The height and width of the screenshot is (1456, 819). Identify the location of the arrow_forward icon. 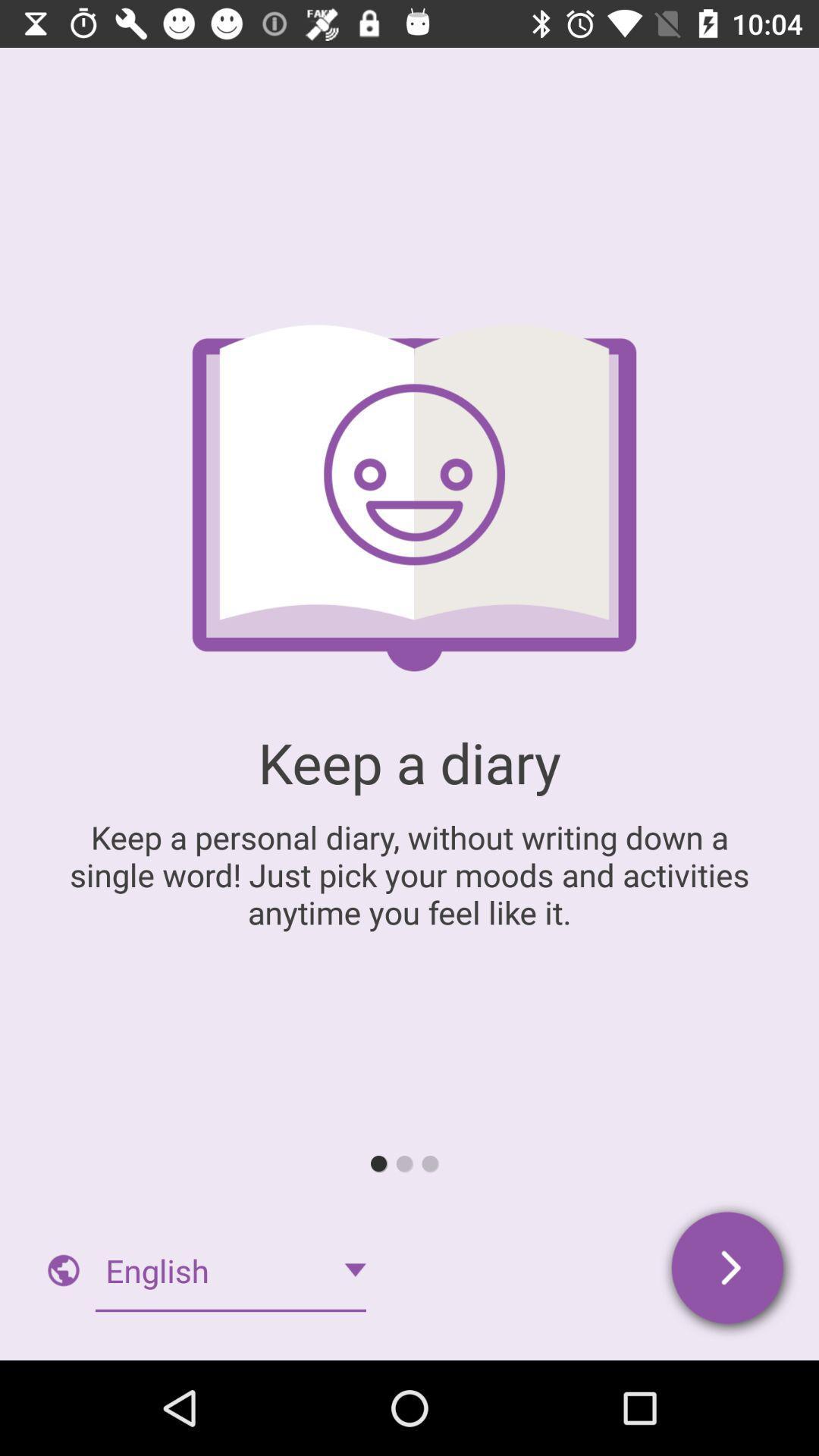
(728, 1270).